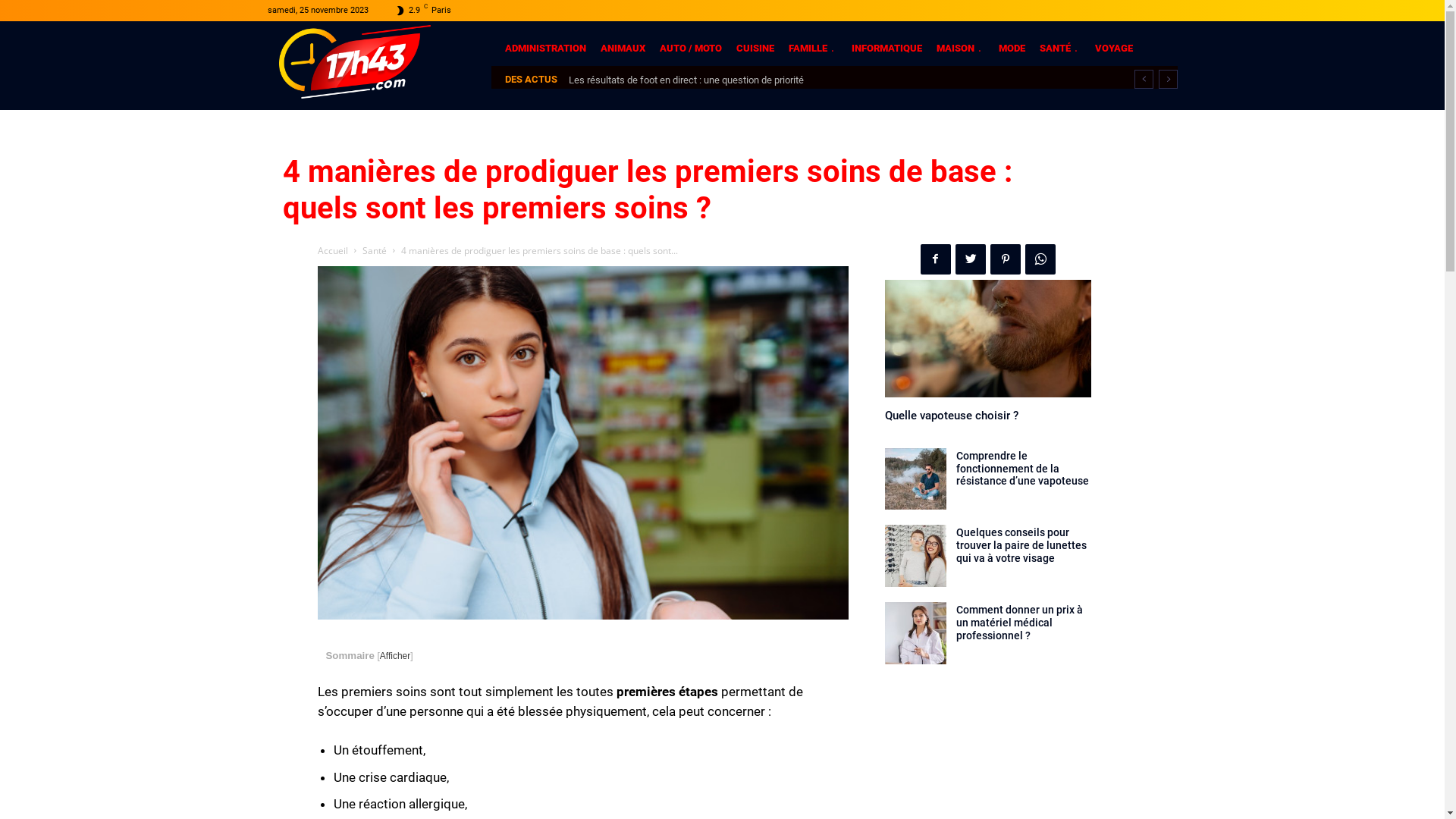 The width and height of the screenshot is (1456, 819). Describe the element at coordinates (959, 47) in the screenshot. I see `'MAISON'` at that location.